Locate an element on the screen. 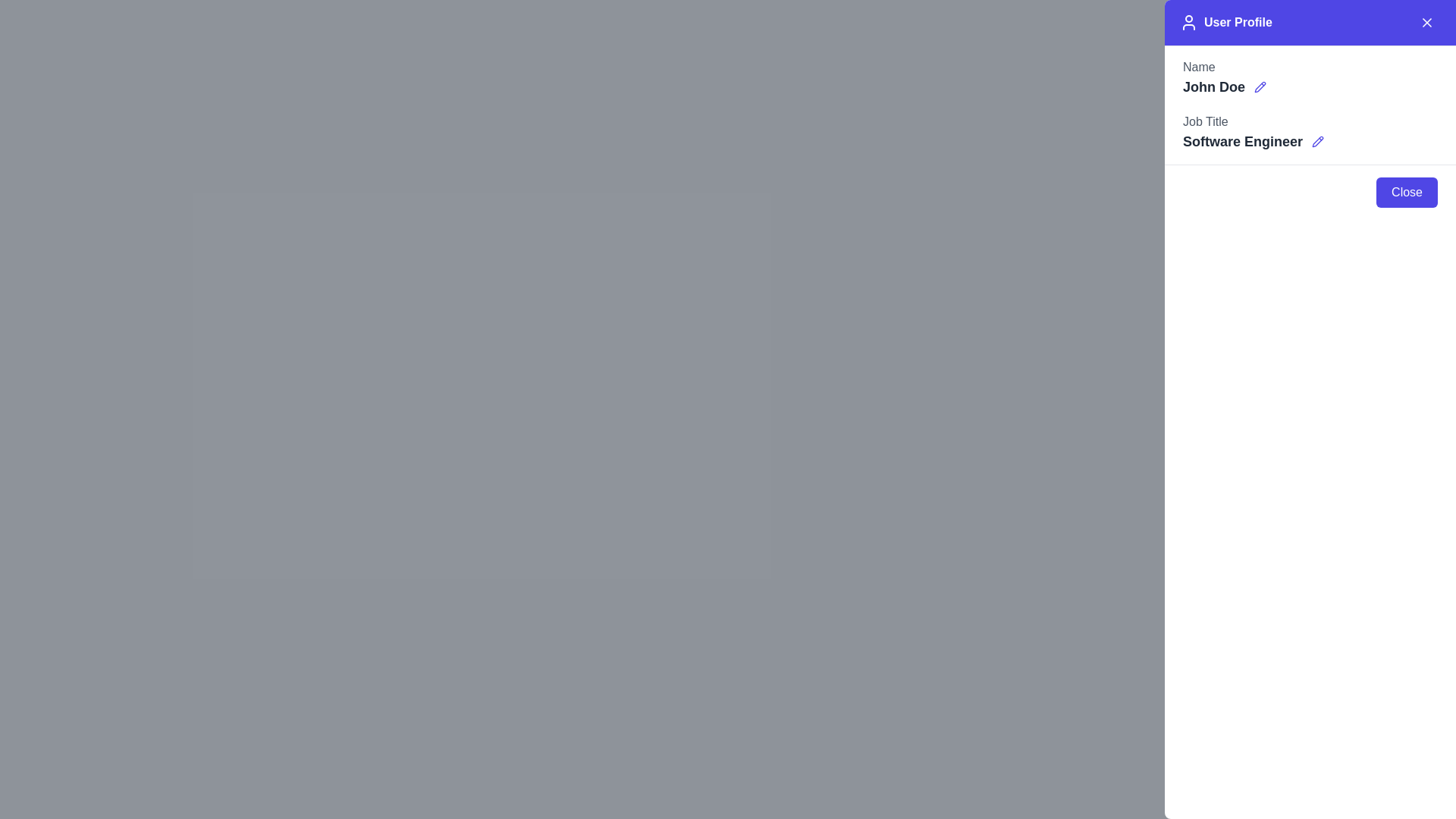  the text label indicating the user profile section located at the top-left corner of the interface, part of the navigation bar with a blue background is located at coordinates (1225, 23).